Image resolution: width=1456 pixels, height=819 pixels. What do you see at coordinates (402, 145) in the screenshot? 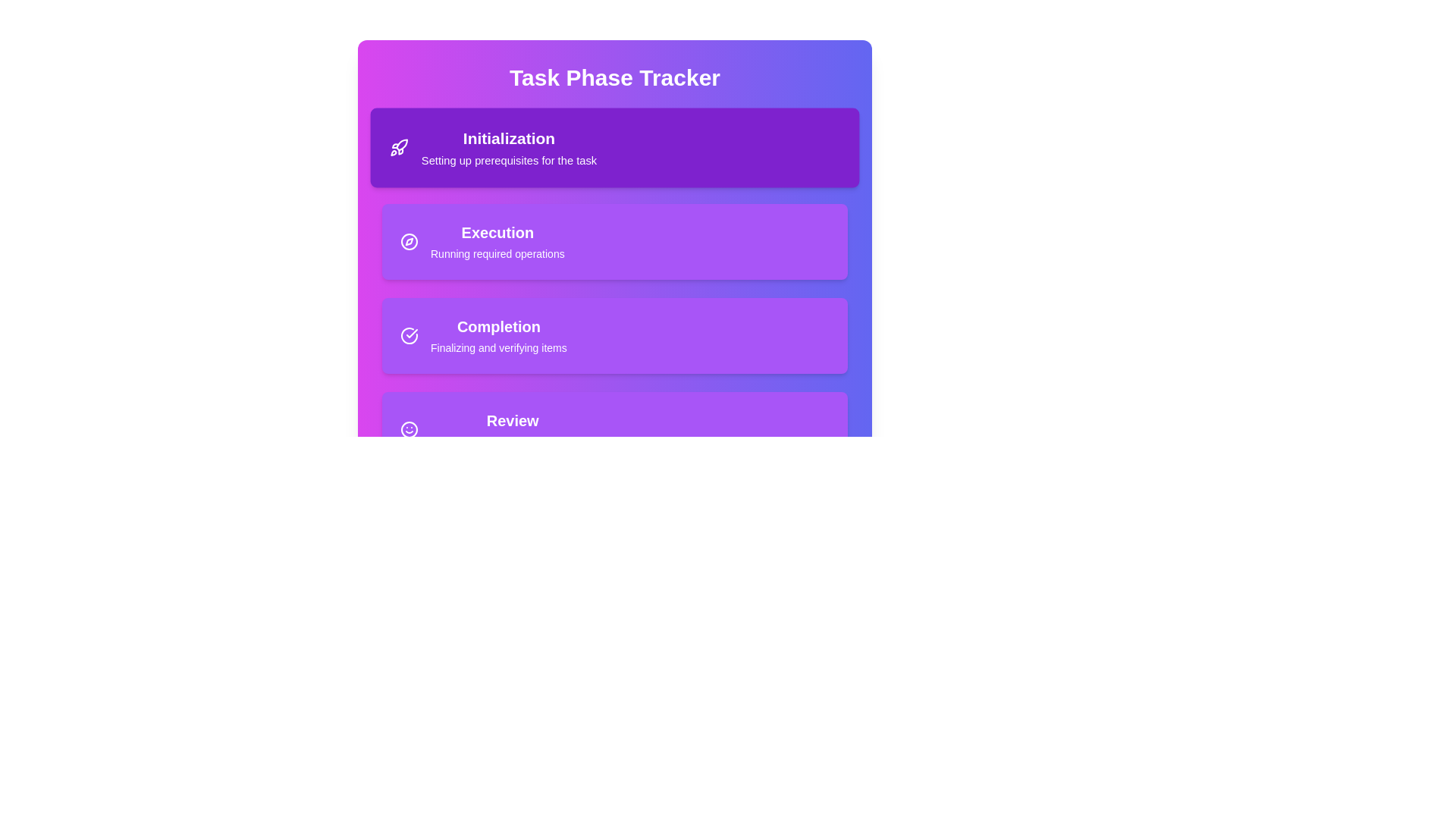
I see `the Decorative icon which resembles a flame or rocket shape, located inside the highlighted 'Initialization' section of the 'Task Phase Tracker'` at bounding box center [402, 145].